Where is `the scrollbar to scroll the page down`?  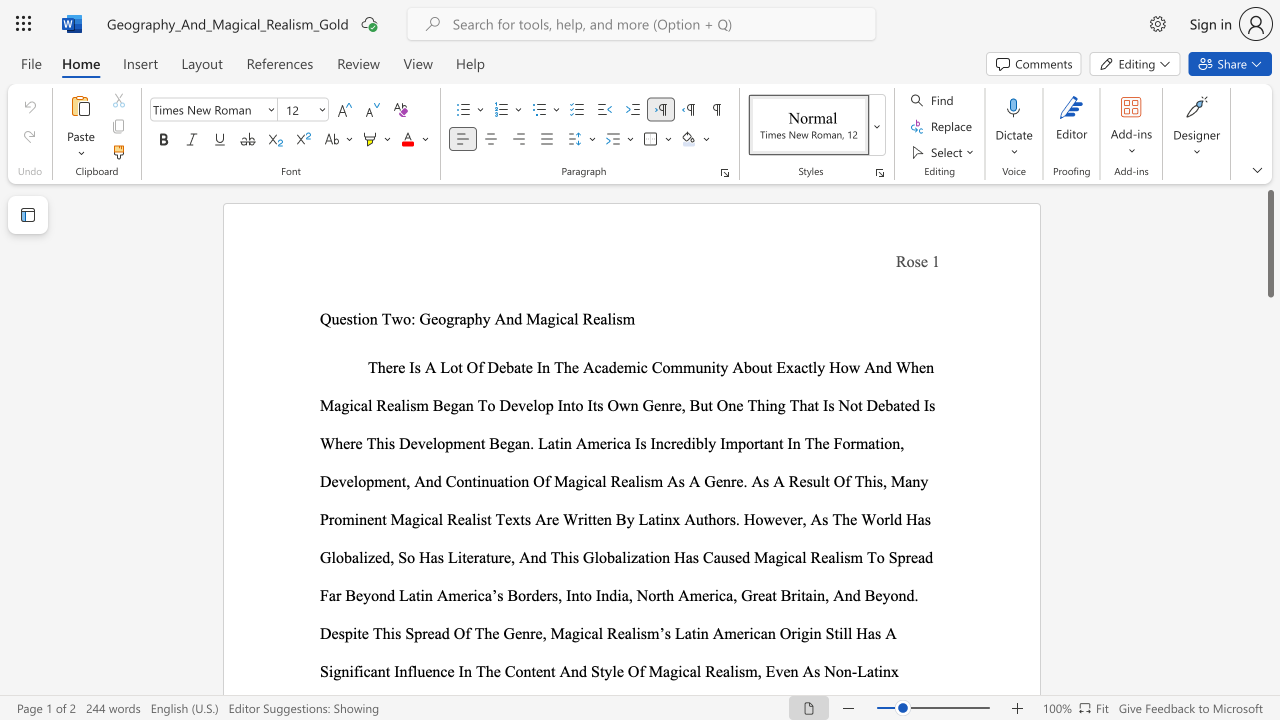 the scrollbar to scroll the page down is located at coordinates (1269, 660).